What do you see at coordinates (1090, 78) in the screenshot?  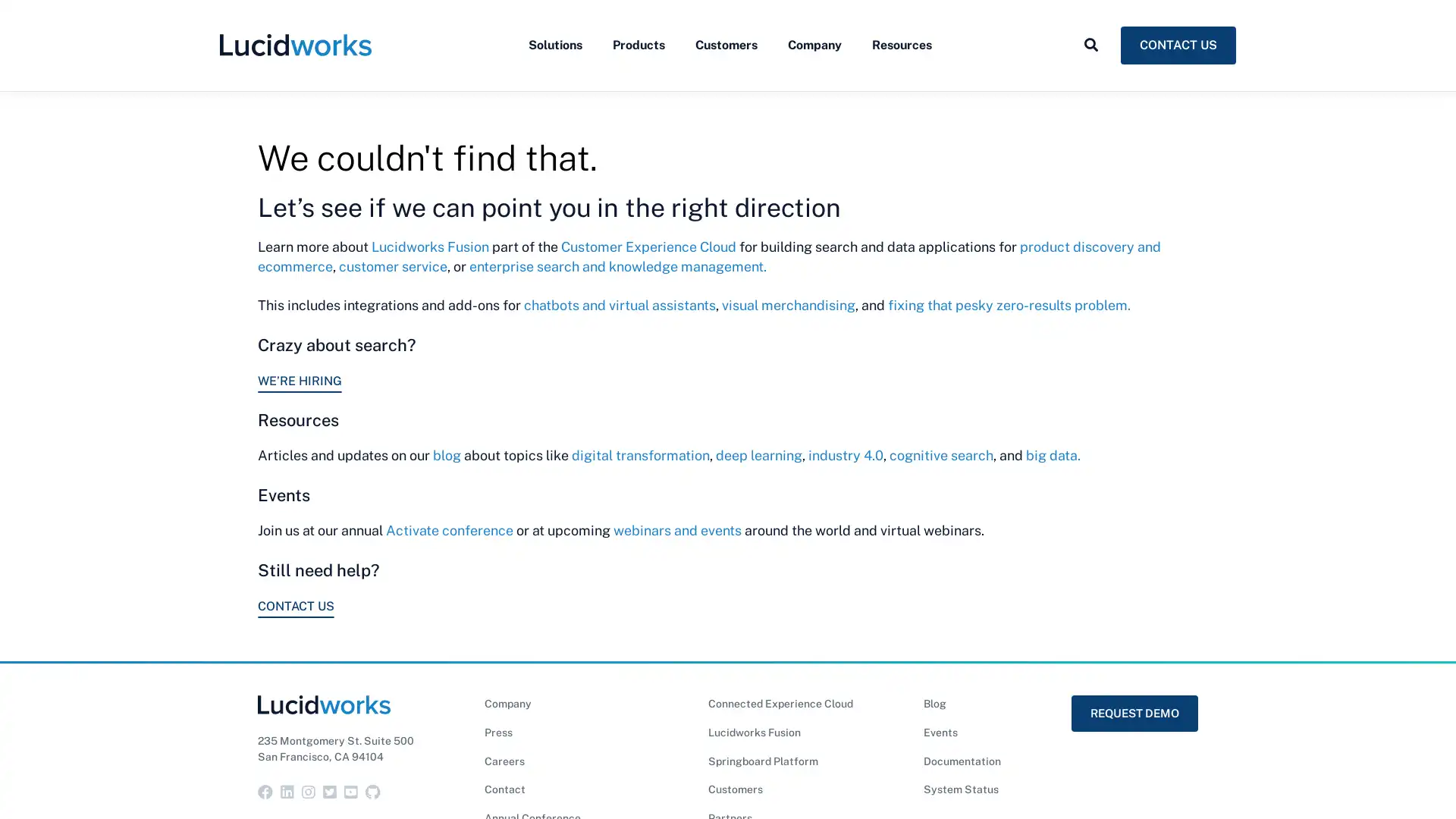 I see `TOGGLE DROPDOWN` at bounding box center [1090, 78].